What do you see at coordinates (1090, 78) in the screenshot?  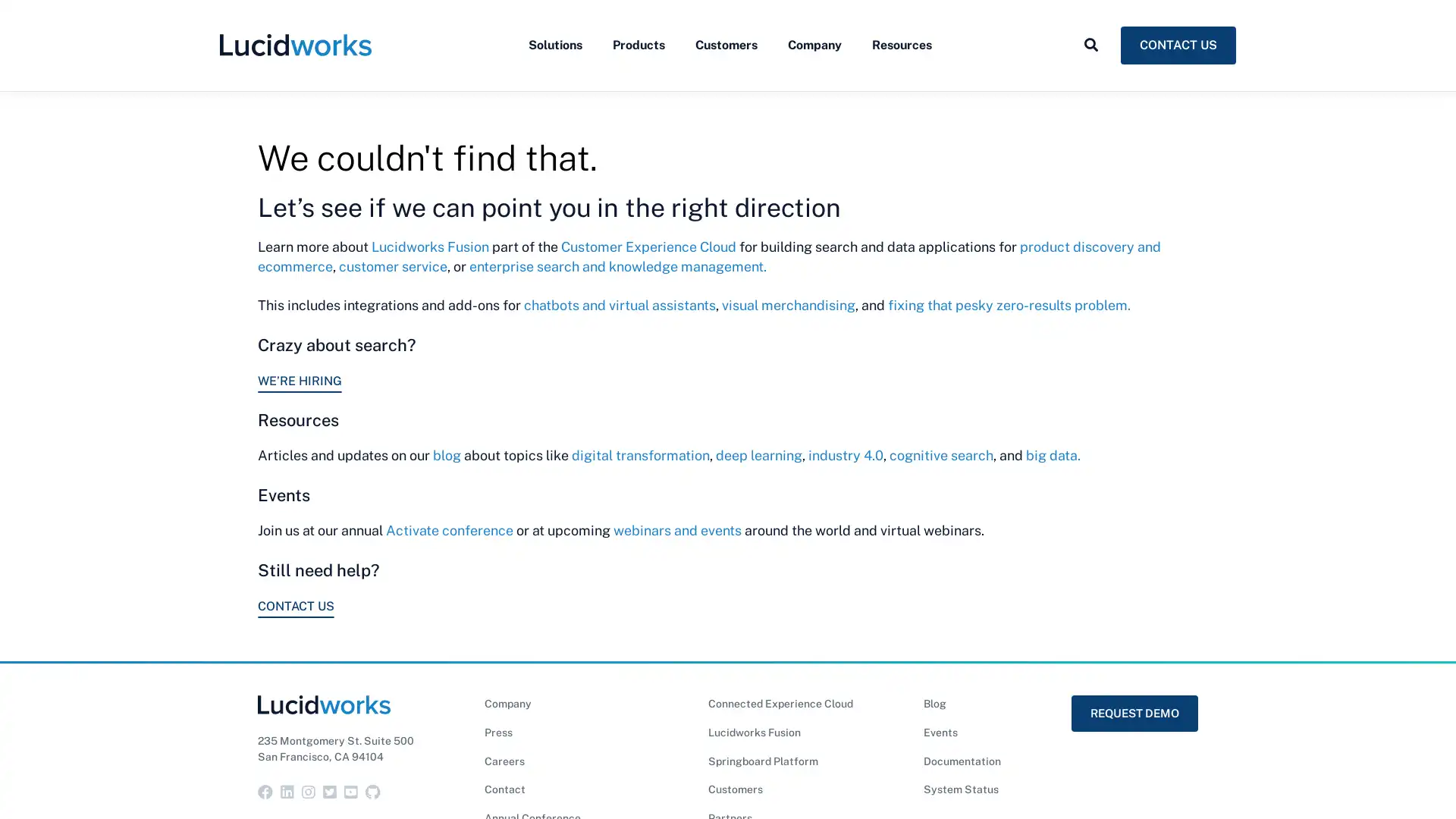 I see `TOGGLE DROPDOWN` at bounding box center [1090, 78].